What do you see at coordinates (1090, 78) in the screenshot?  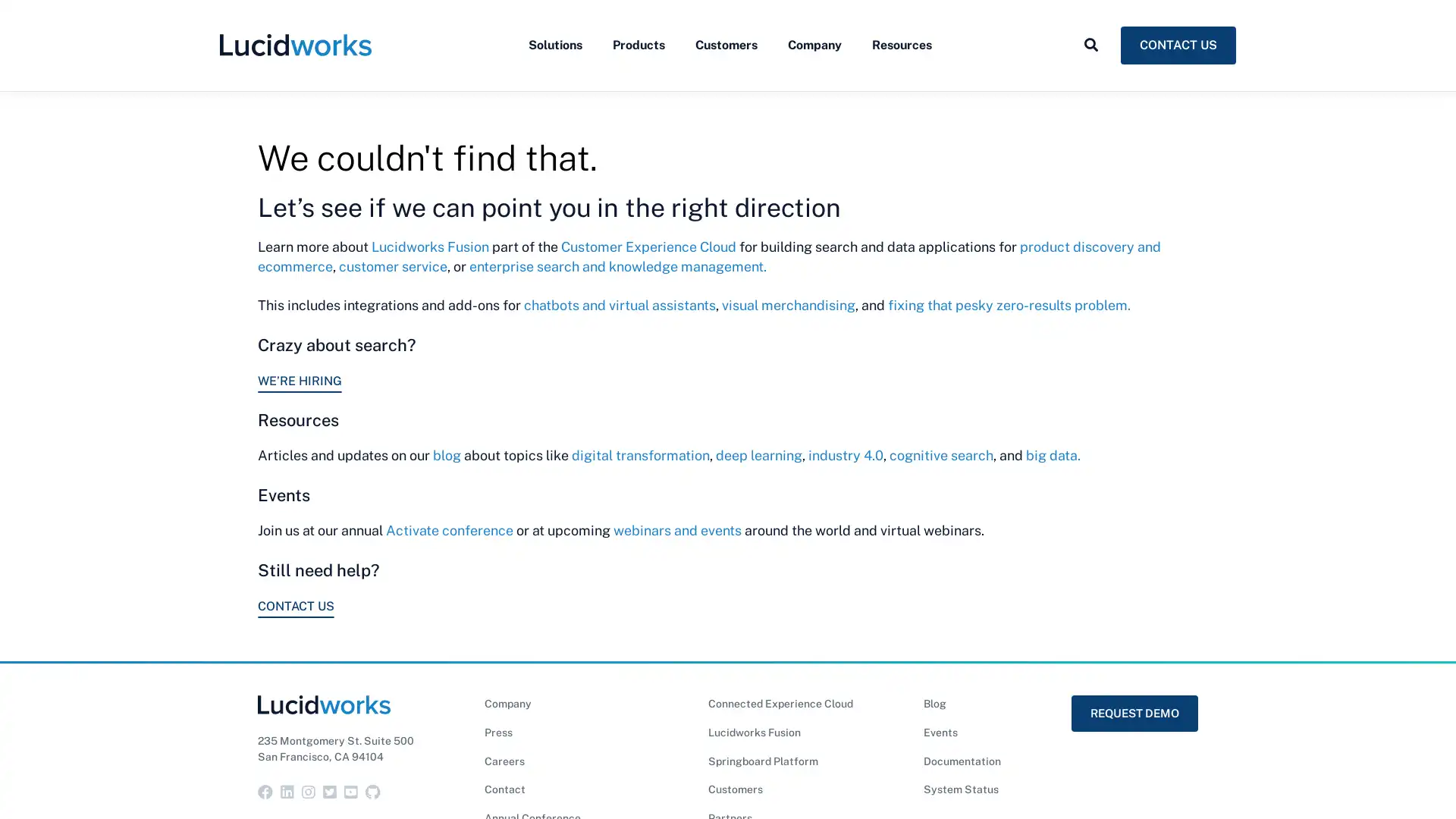 I see `TOGGLE DROPDOWN` at bounding box center [1090, 78].